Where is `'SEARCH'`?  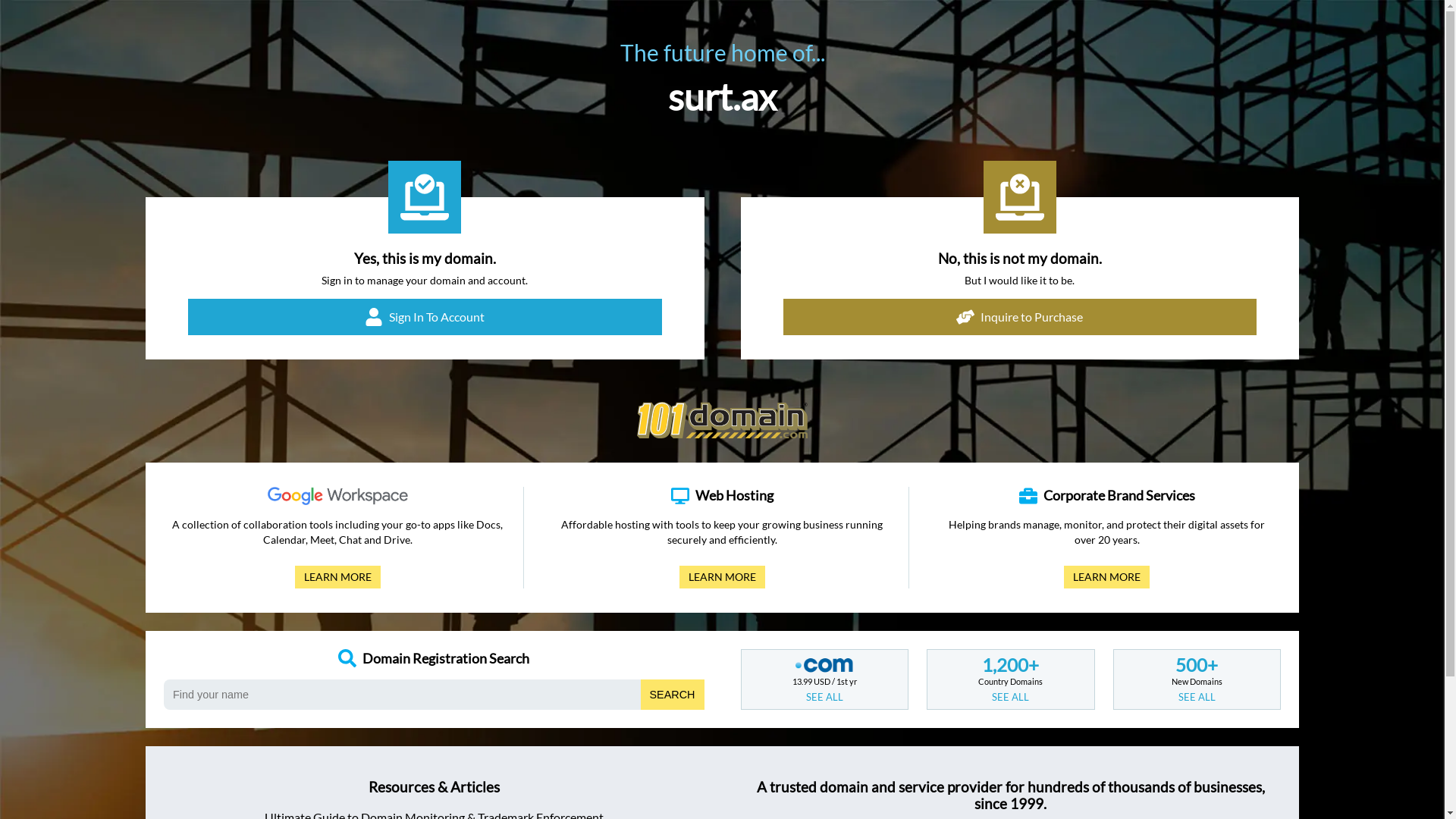 'SEARCH' is located at coordinates (672, 694).